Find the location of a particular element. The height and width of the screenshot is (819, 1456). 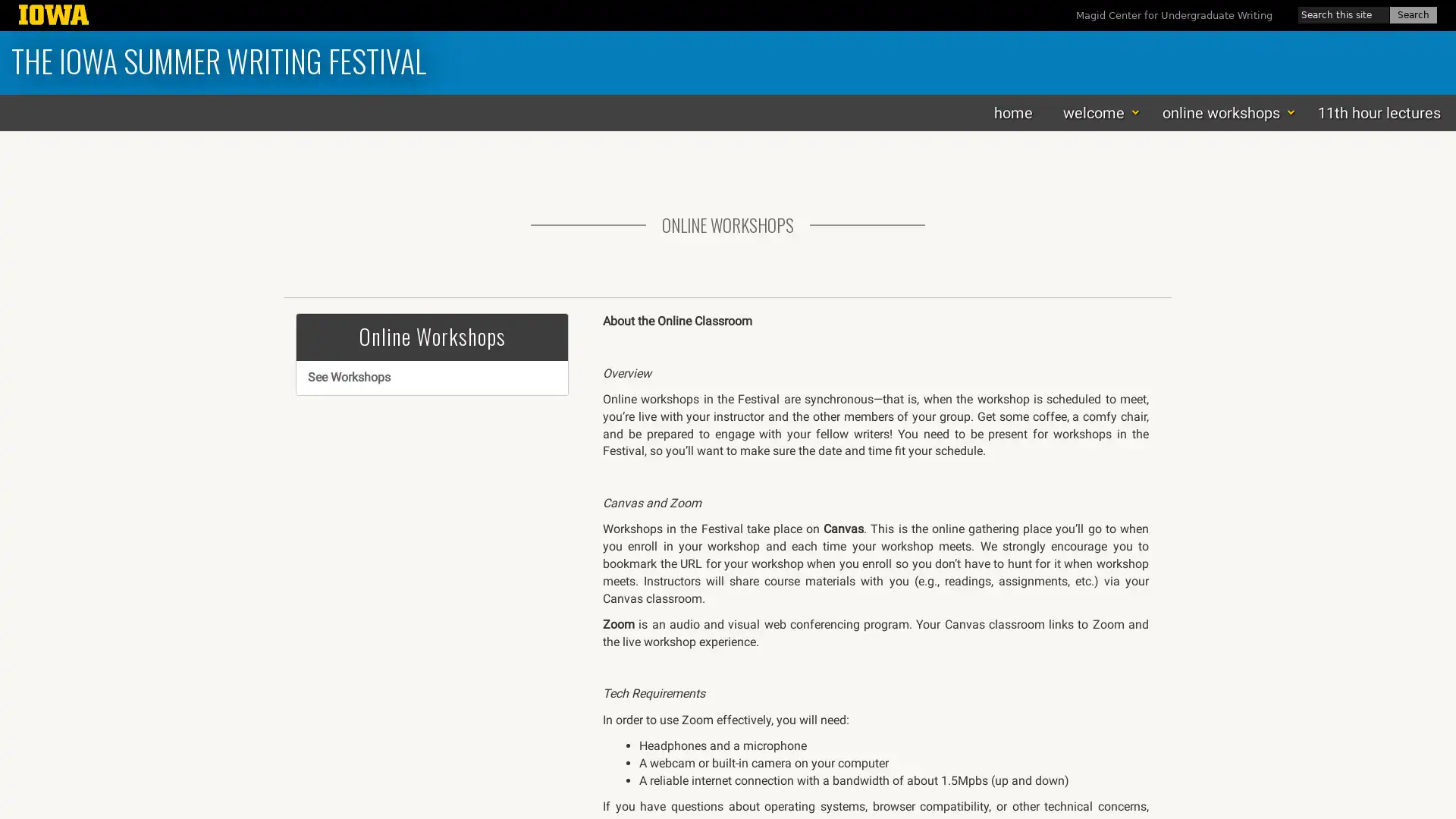

Search is located at coordinates (1412, 14).